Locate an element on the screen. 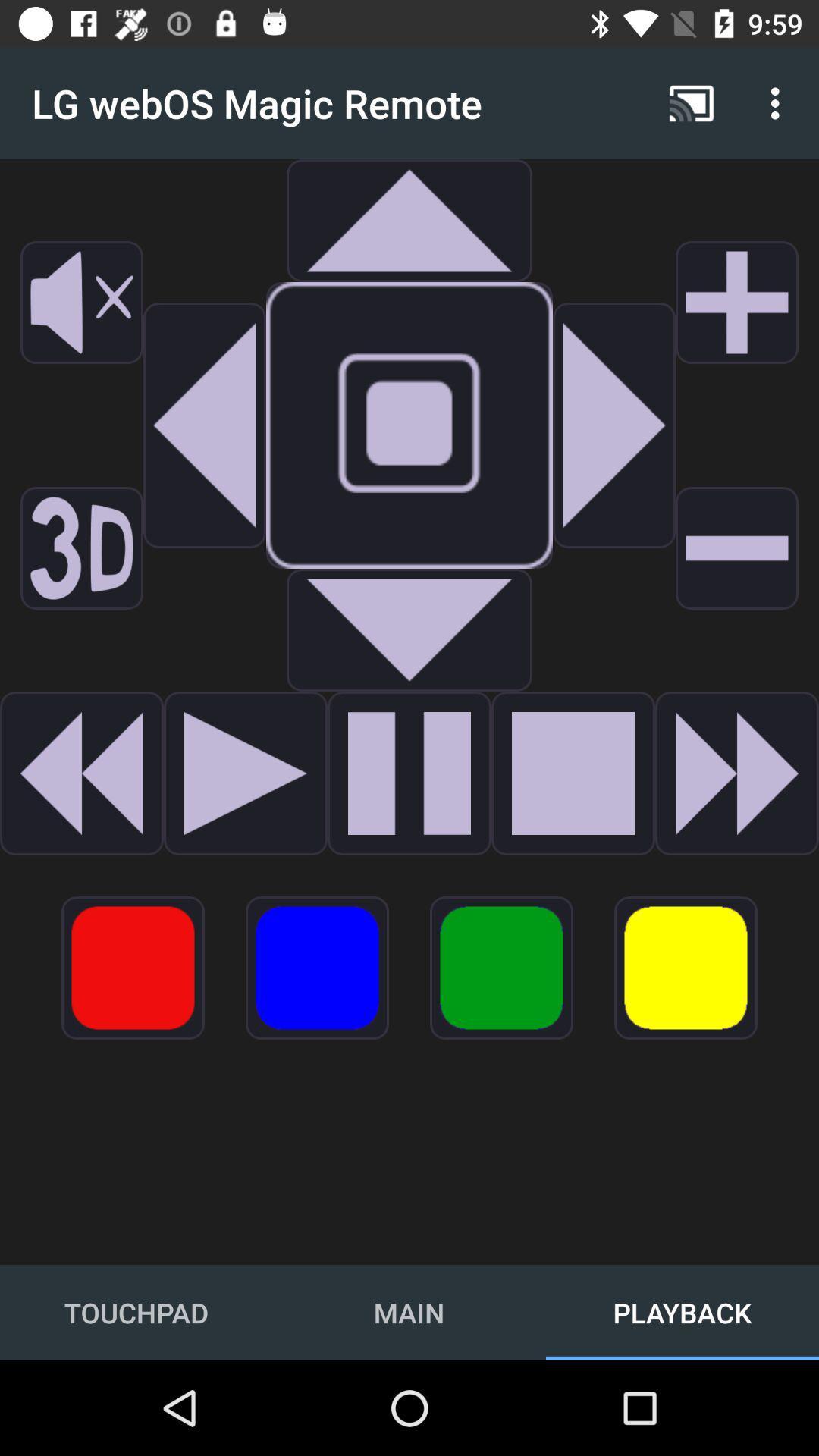 The width and height of the screenshot is (819, 1456). the item below the lg webos magic item is located at coordinates (205, 425).